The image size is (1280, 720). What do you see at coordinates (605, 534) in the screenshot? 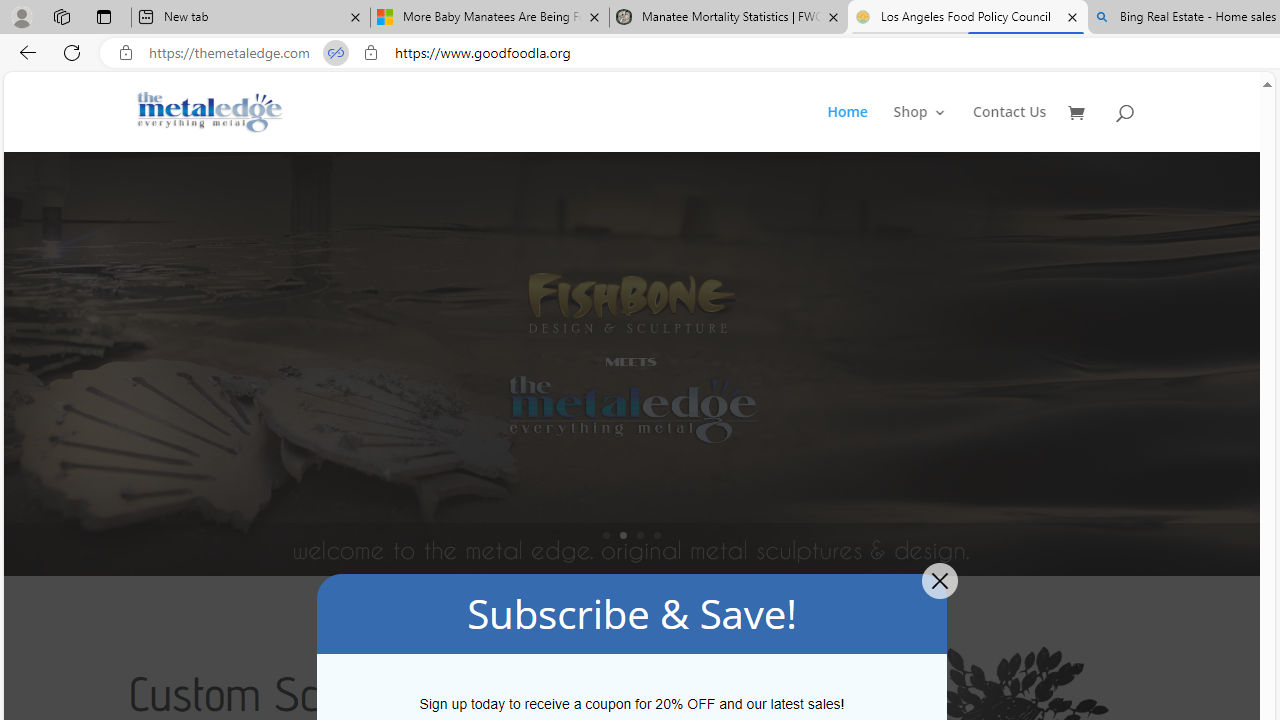
I see `'1'` at bounding box center [605, 534].